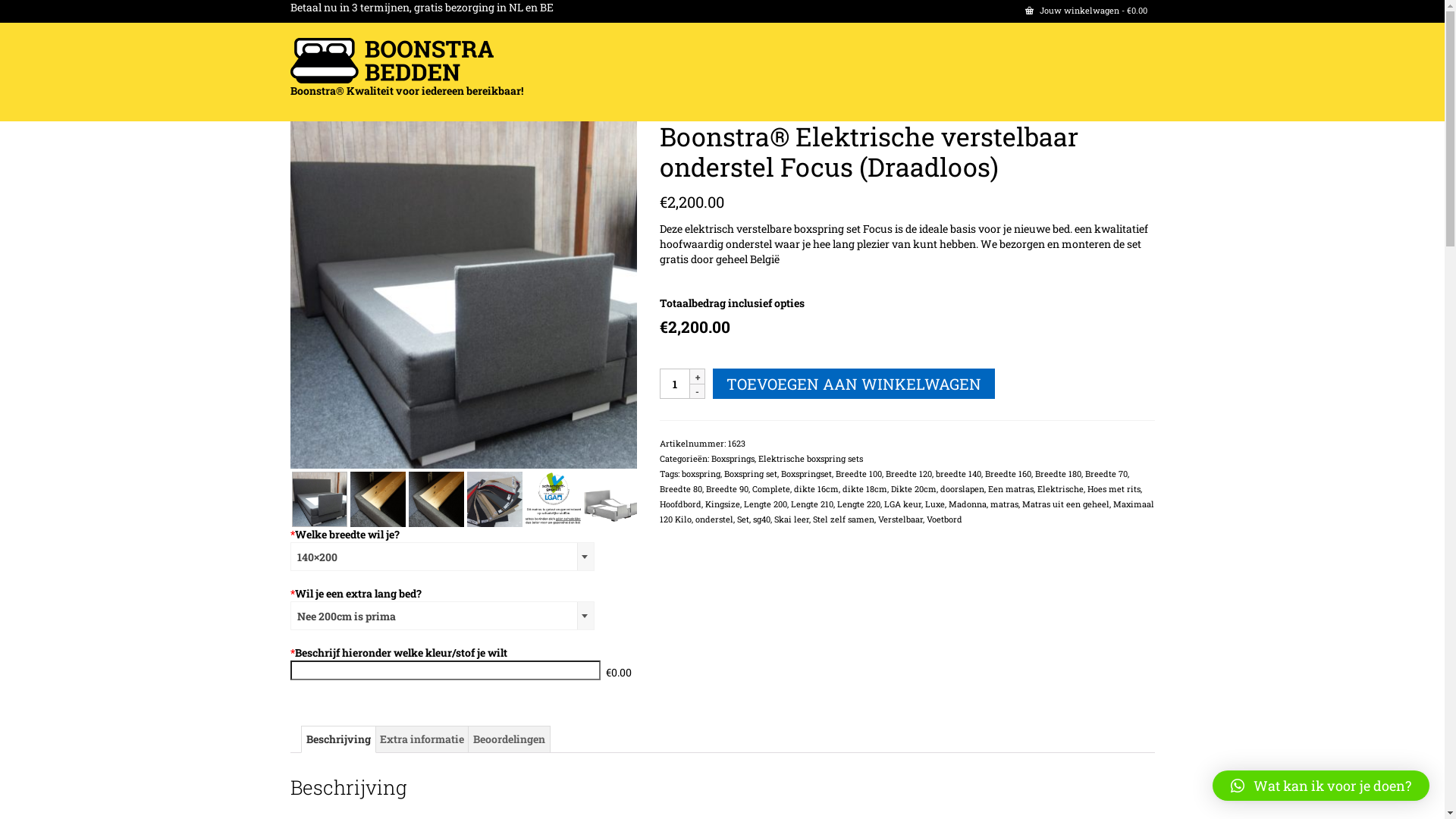 The image size is (1456, 819). What do you see at coordinates (694, 518) in the screenshot?
I see `'onderstel'` at bounding box center [694, 518].